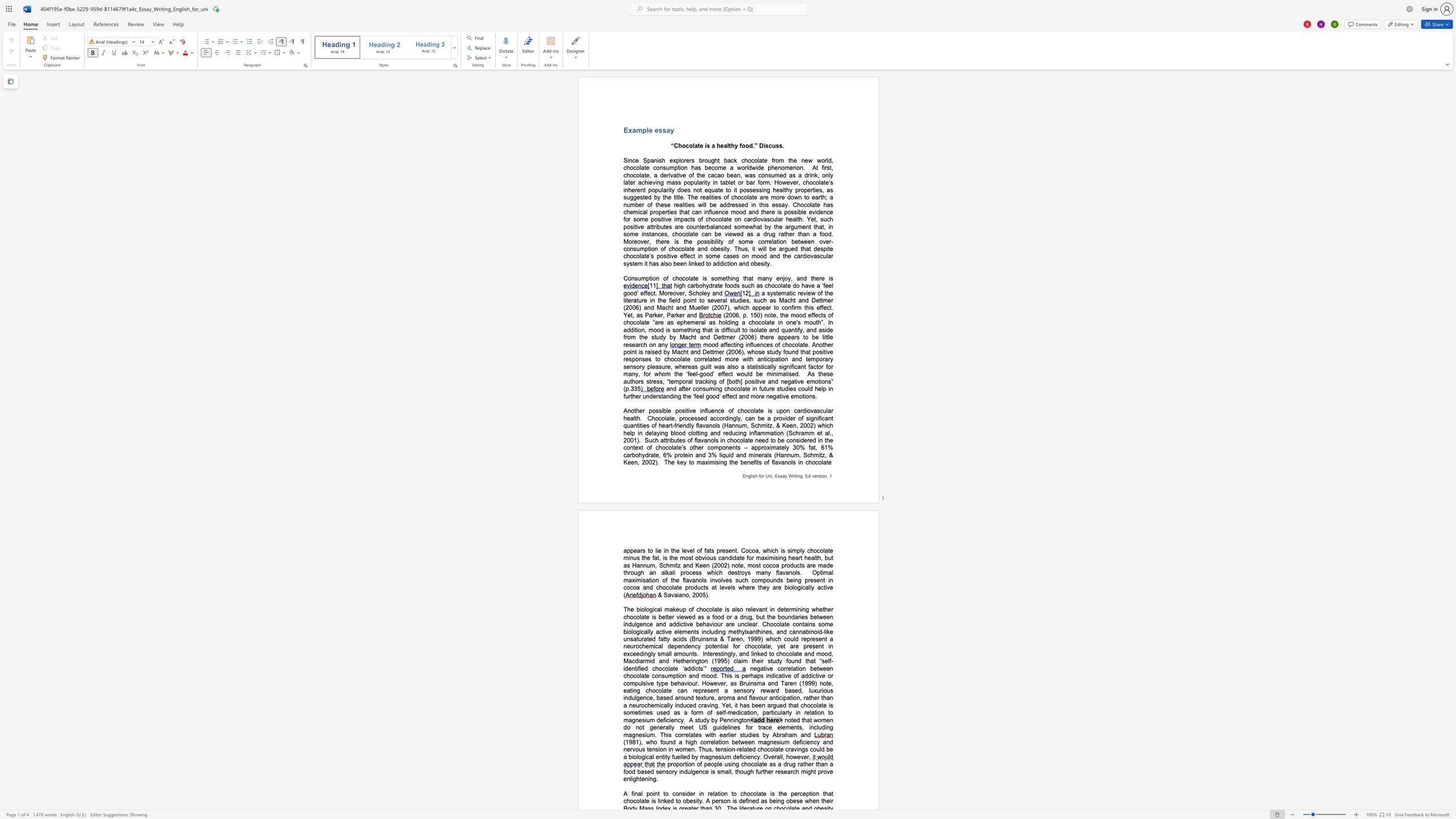  I want to click on the subset text "de" within the text "determining", so click(777, 609).